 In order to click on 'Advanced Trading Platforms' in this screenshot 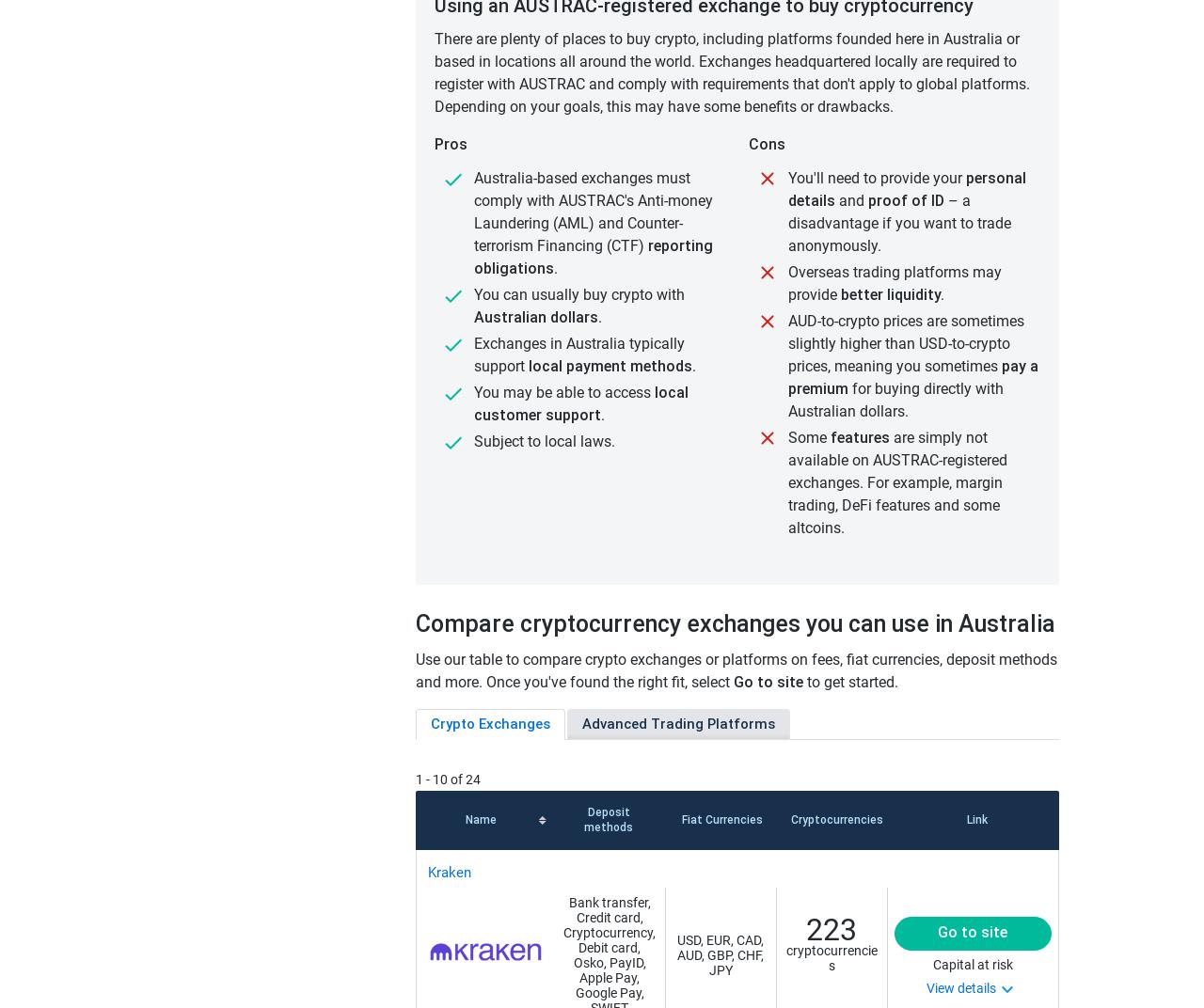, I will do `click(581, 724)`.